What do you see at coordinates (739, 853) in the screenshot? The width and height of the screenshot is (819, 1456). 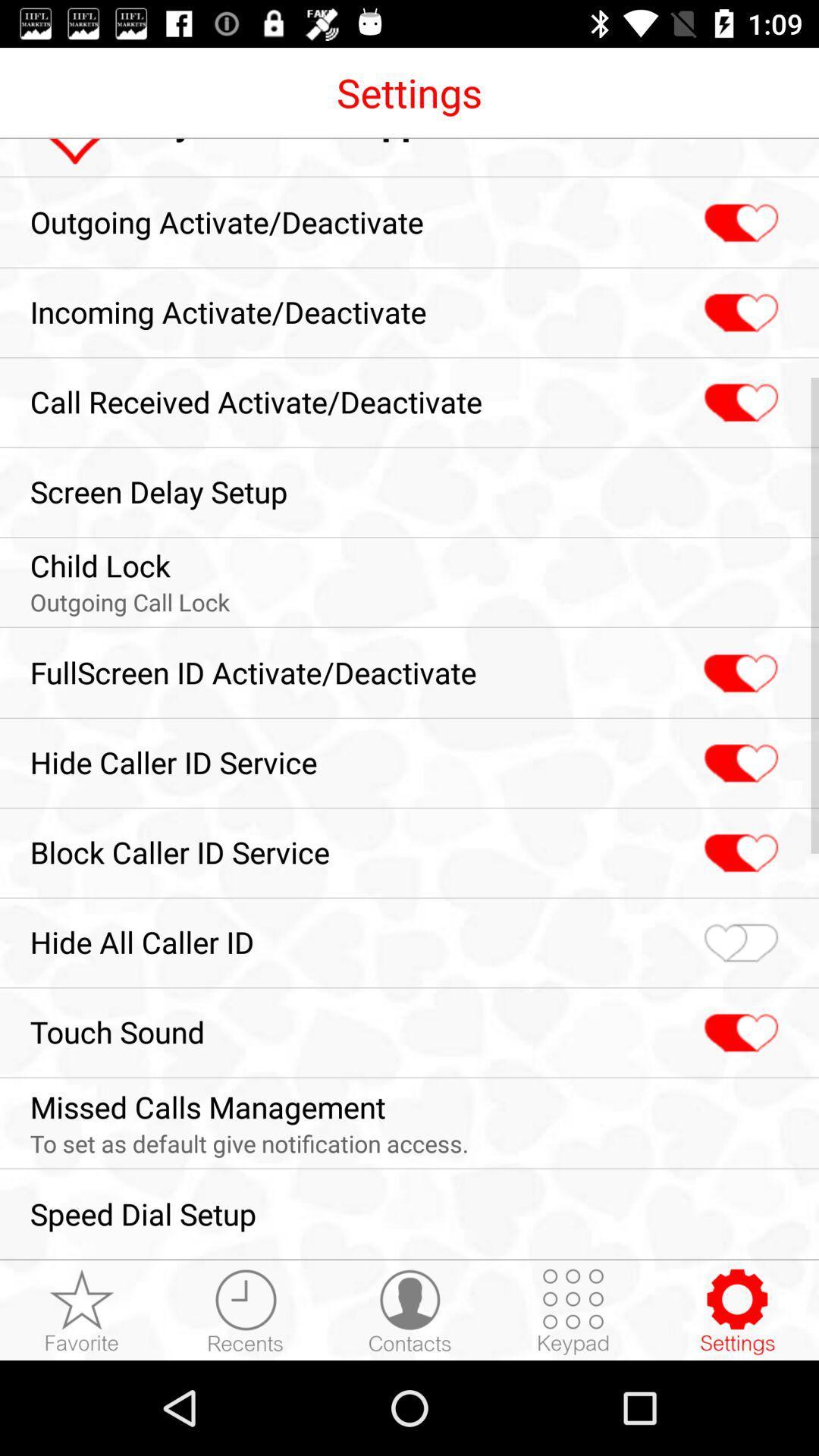 I see `the favorite icon` at bounding box center [739, 853].